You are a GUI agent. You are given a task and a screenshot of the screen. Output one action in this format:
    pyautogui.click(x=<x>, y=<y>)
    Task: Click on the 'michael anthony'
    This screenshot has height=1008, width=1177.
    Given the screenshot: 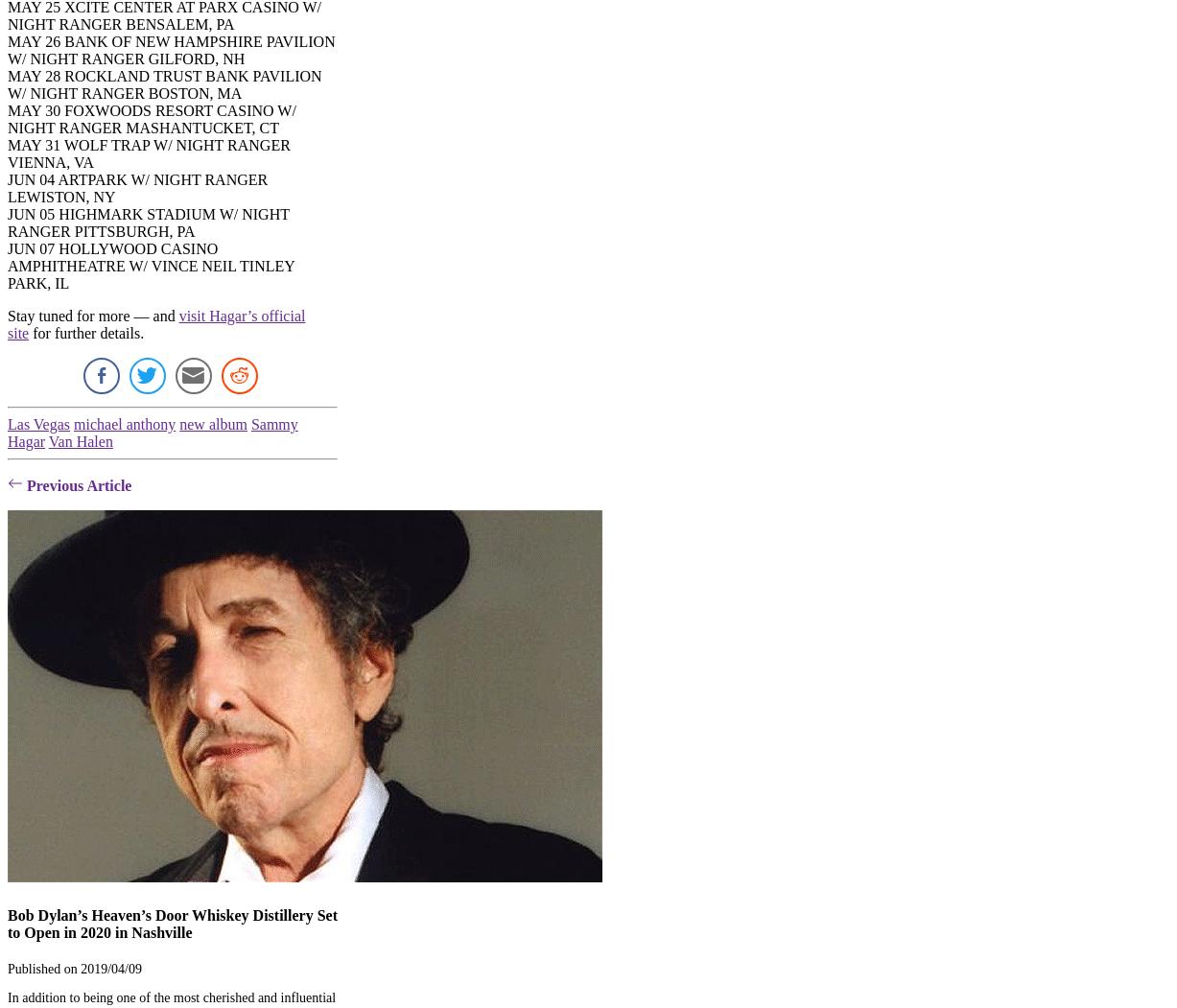 What is the action you would take?
    pyautogui.click(x=123, y=424)
    